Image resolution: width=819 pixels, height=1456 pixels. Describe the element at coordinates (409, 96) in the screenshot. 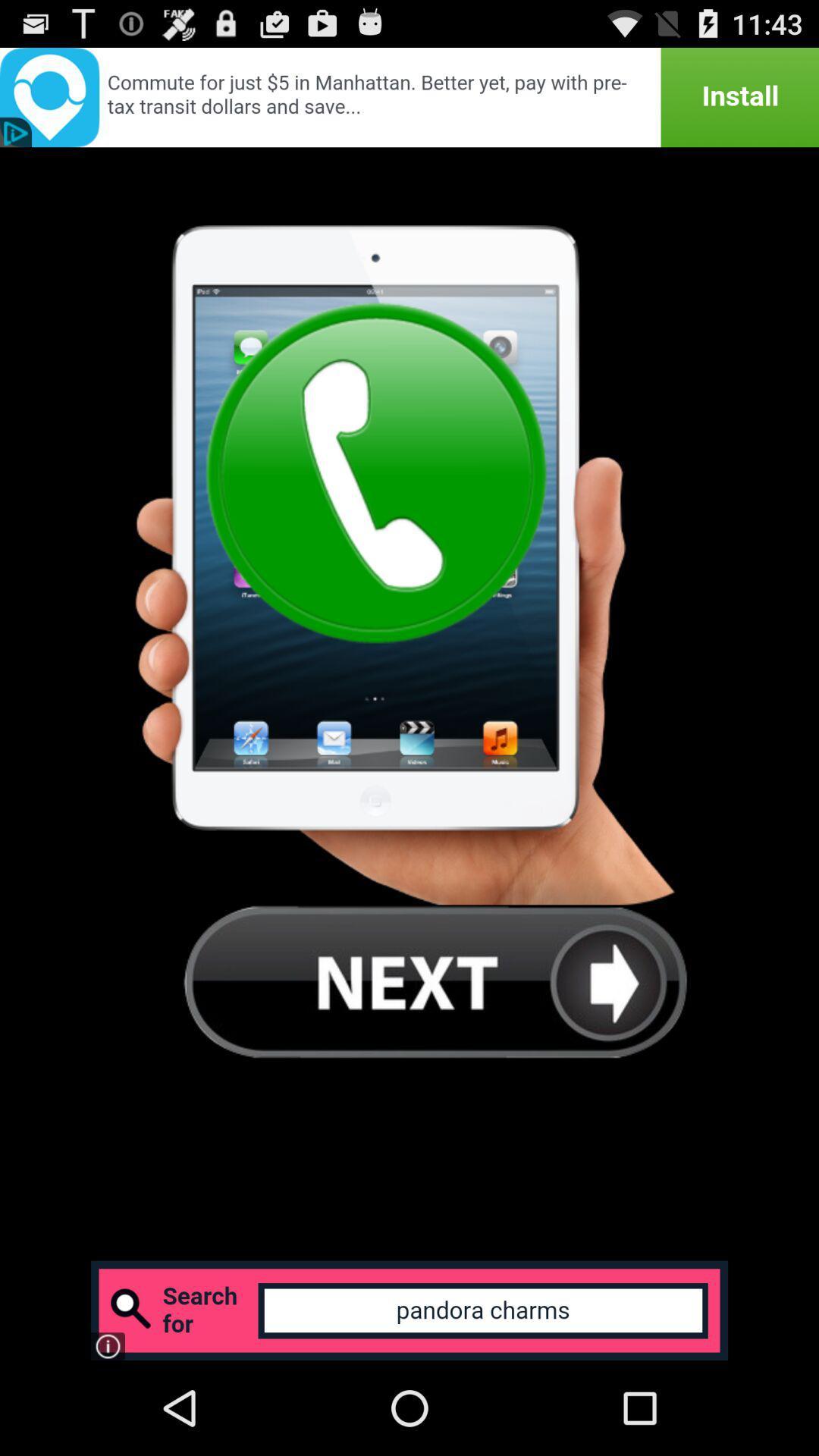

I see `the advertisement page` at that location.